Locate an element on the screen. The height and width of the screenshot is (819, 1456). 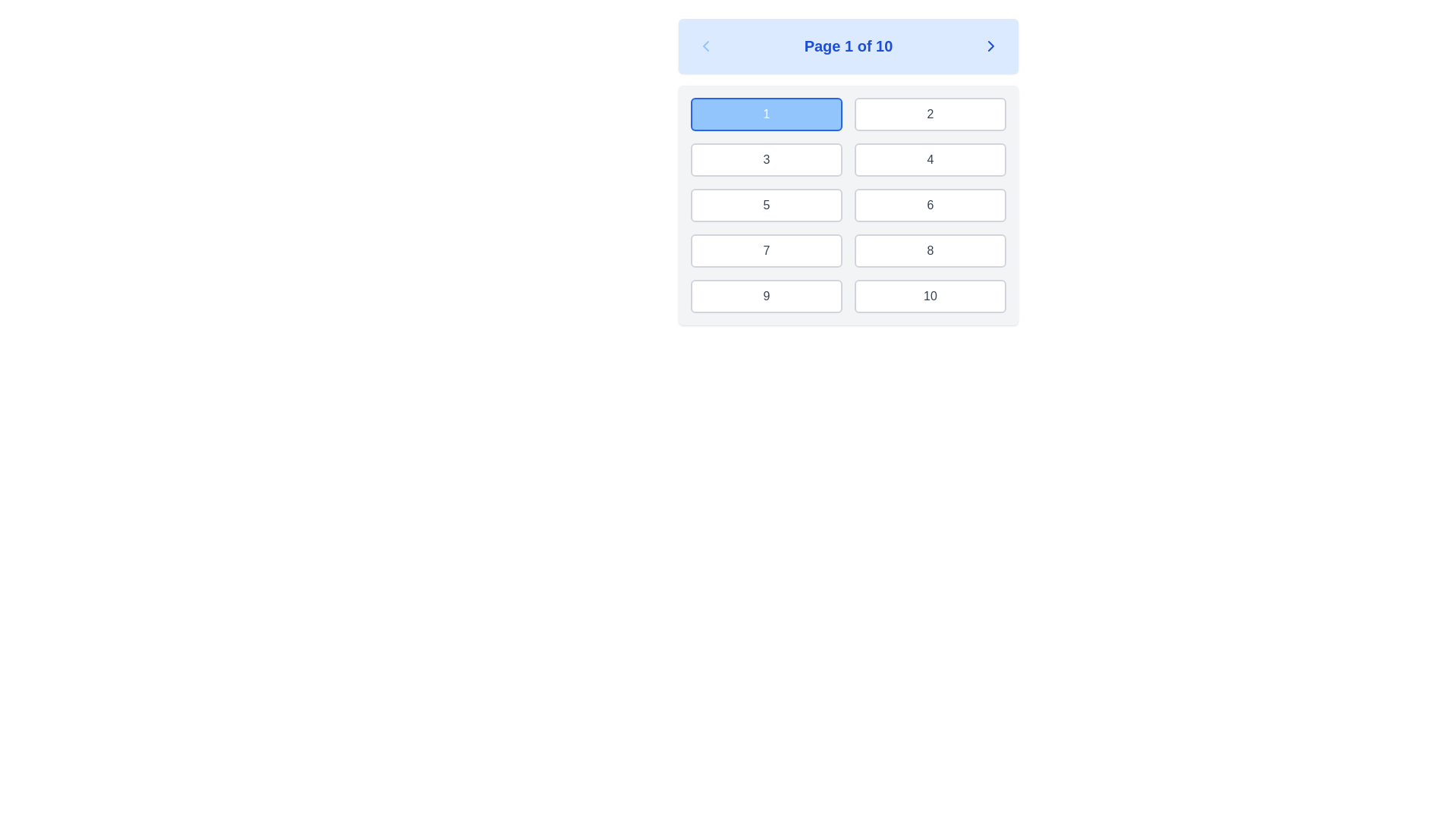
the fifth button is located at coordinates (767, 205).